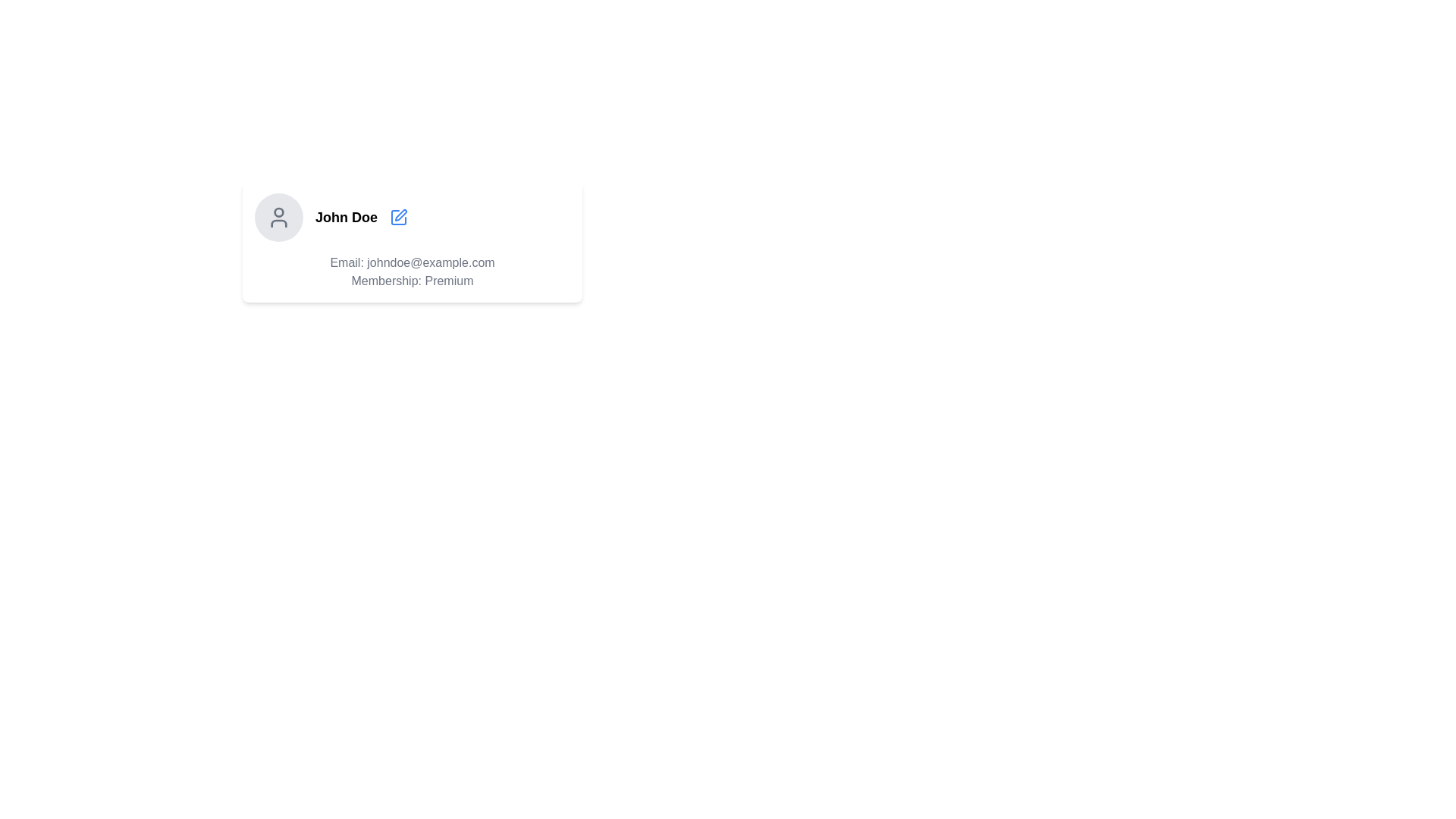 This screenshot has height=819, width=1456. I want to click on the static text element displaying 'Email: johndoe@example.com', which is located in the user profile section above the 'Membership: Premium' text, so click(412, 262).